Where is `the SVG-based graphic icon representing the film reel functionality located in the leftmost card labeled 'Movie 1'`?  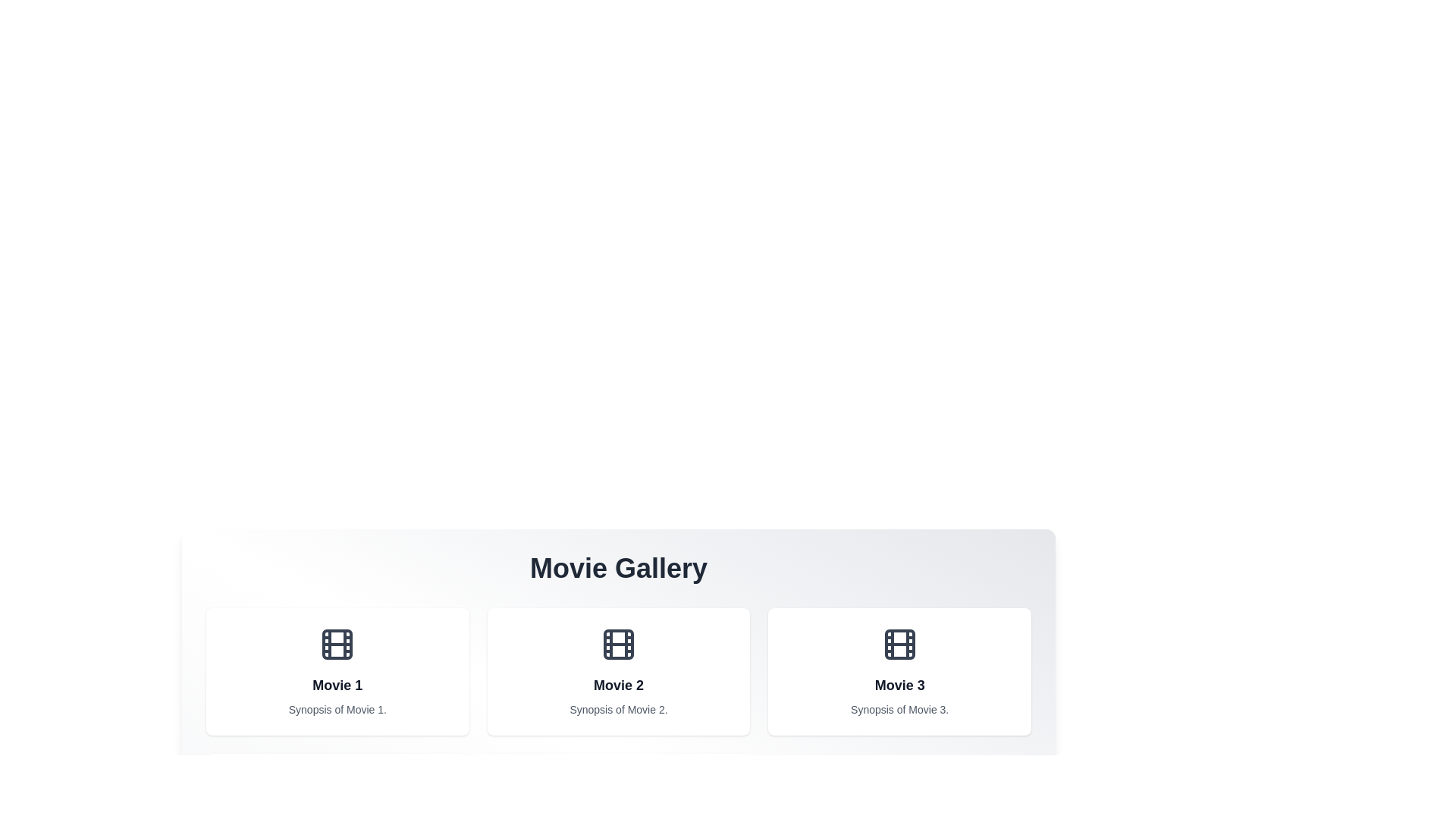
the SVG-based graphic icon representing the film reel functionality located in the leftmost card labeled 'Movie 1' is located at coordinates (337, 644).